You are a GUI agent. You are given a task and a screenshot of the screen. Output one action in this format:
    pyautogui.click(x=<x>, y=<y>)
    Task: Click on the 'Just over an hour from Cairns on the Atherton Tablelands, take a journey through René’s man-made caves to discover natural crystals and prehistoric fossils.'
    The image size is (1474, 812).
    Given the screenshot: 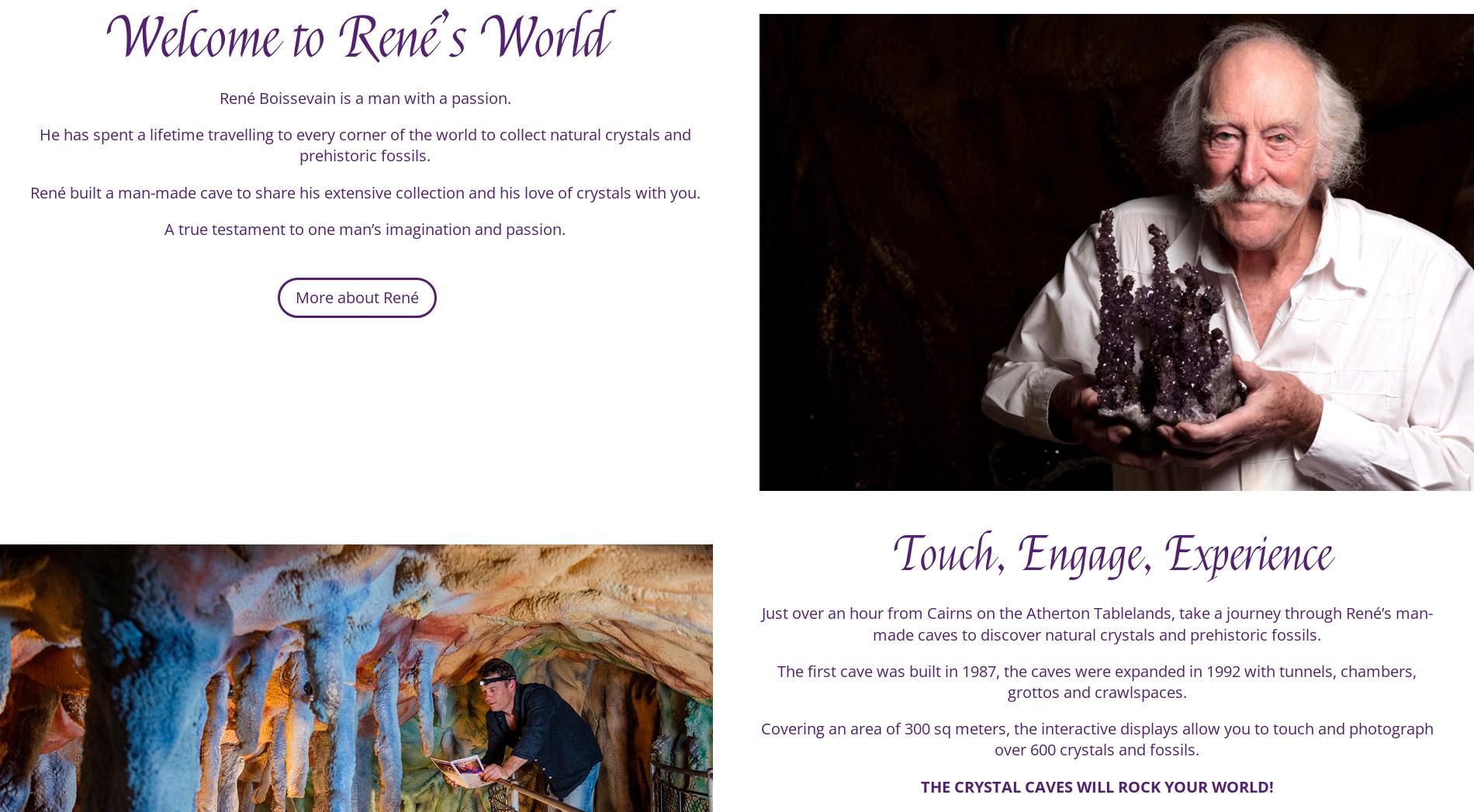 What is the action you would take?
    pyautogui.click(x=1095, y=635)
    